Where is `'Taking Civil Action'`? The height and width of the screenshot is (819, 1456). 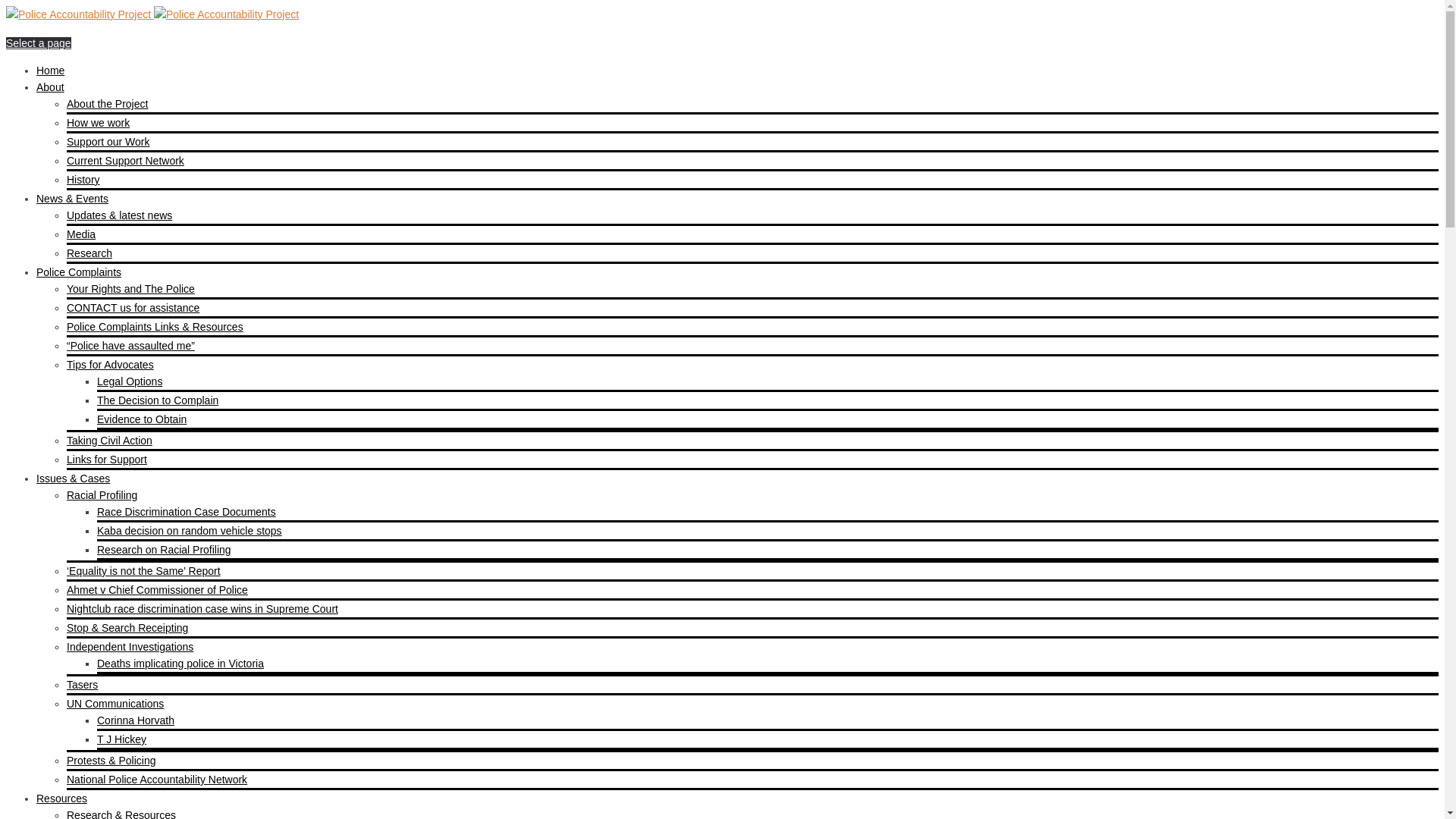
'Taking Civil Action' is located at coordinates (108, 441).